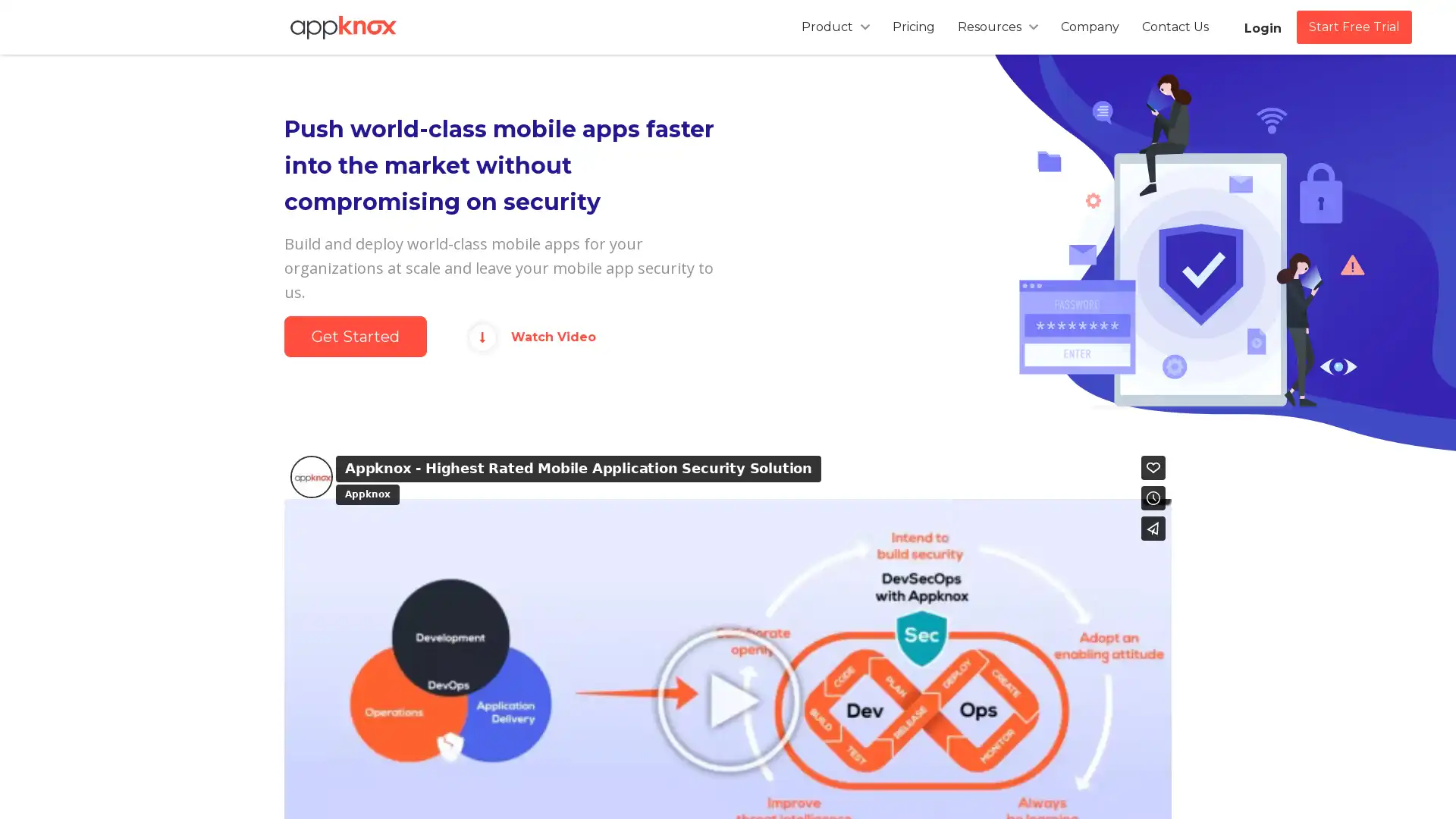 The width and height of the screenshot is (1456, 819). What do you see at coordinates (924, 166) in the screenshot?
I see `Close` at bounding box center [924, 166].